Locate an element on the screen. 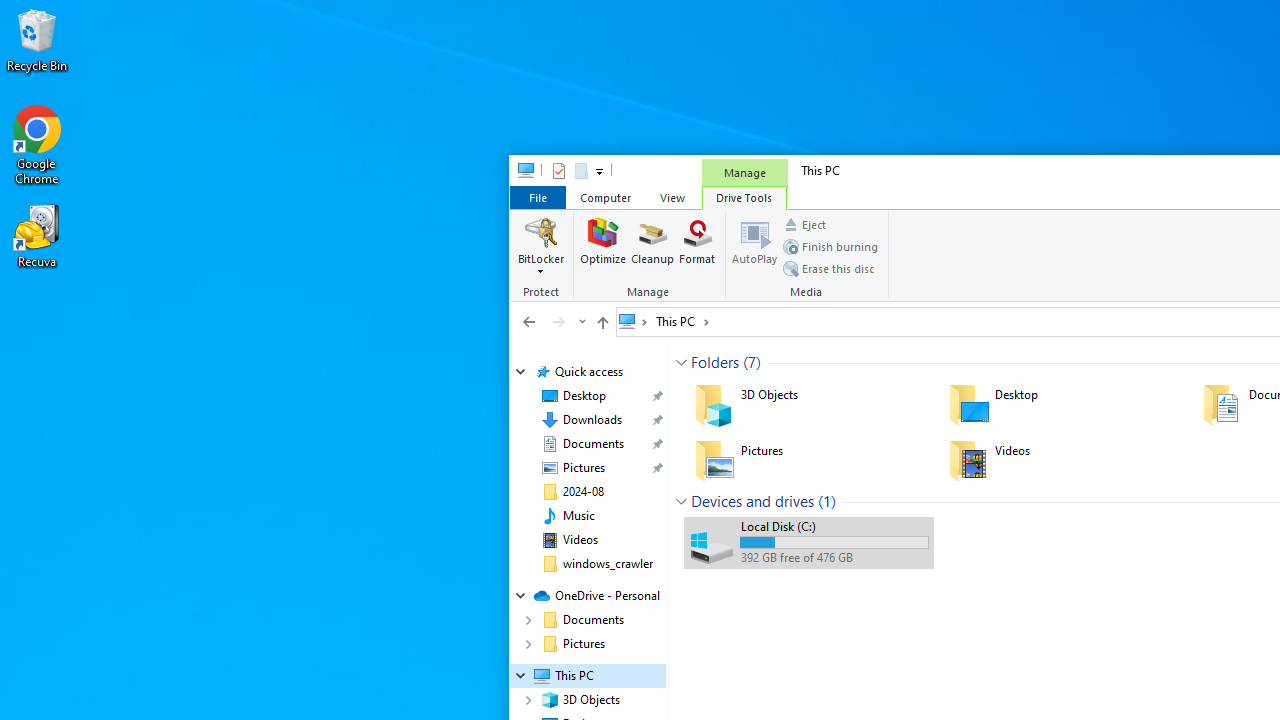 This screenshot has width=1280, height=720. 'BitLocker' is located at coordinates (541, 245).